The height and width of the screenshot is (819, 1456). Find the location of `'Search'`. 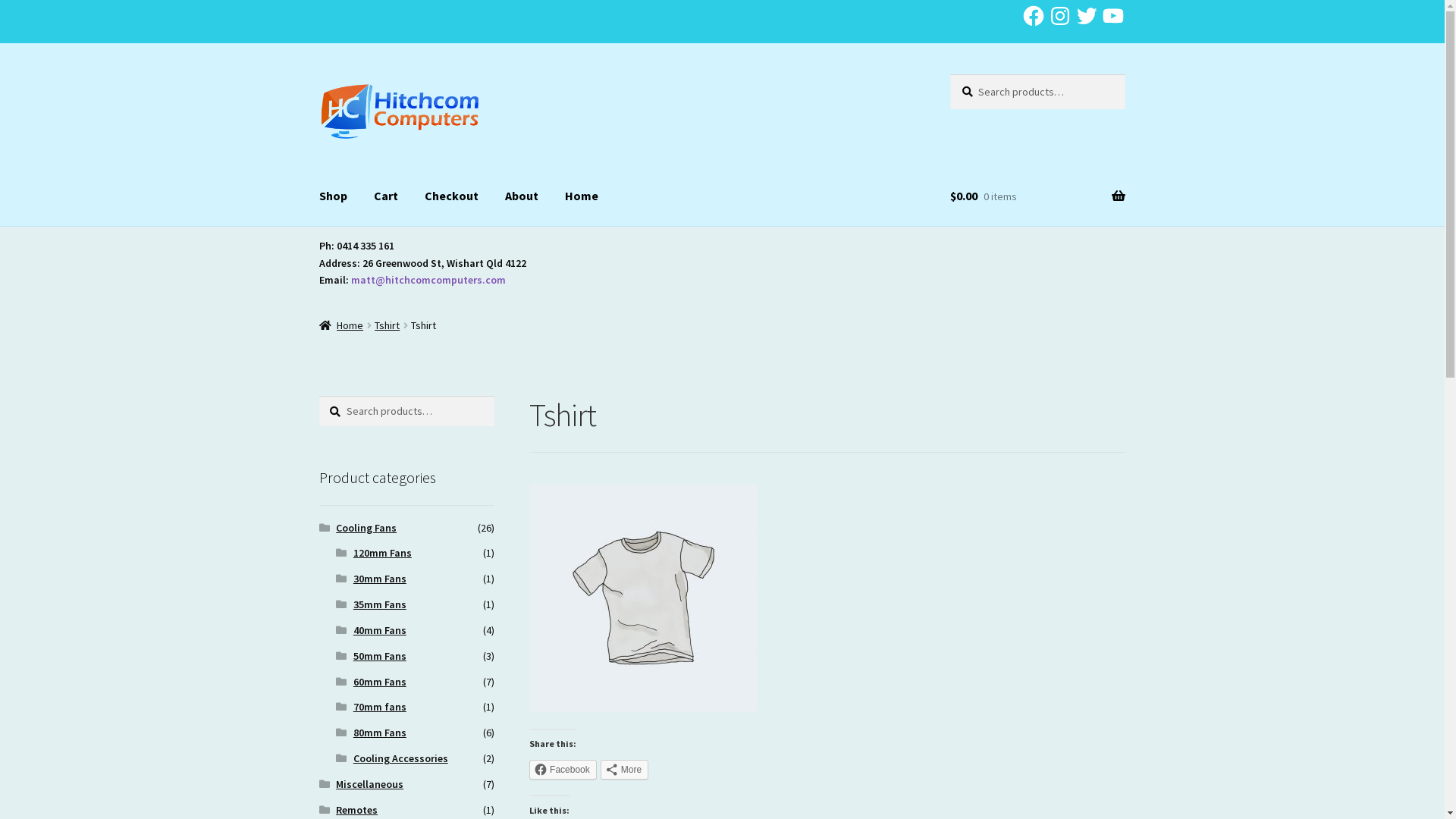

'Search' is located at coordinates (318, 394).